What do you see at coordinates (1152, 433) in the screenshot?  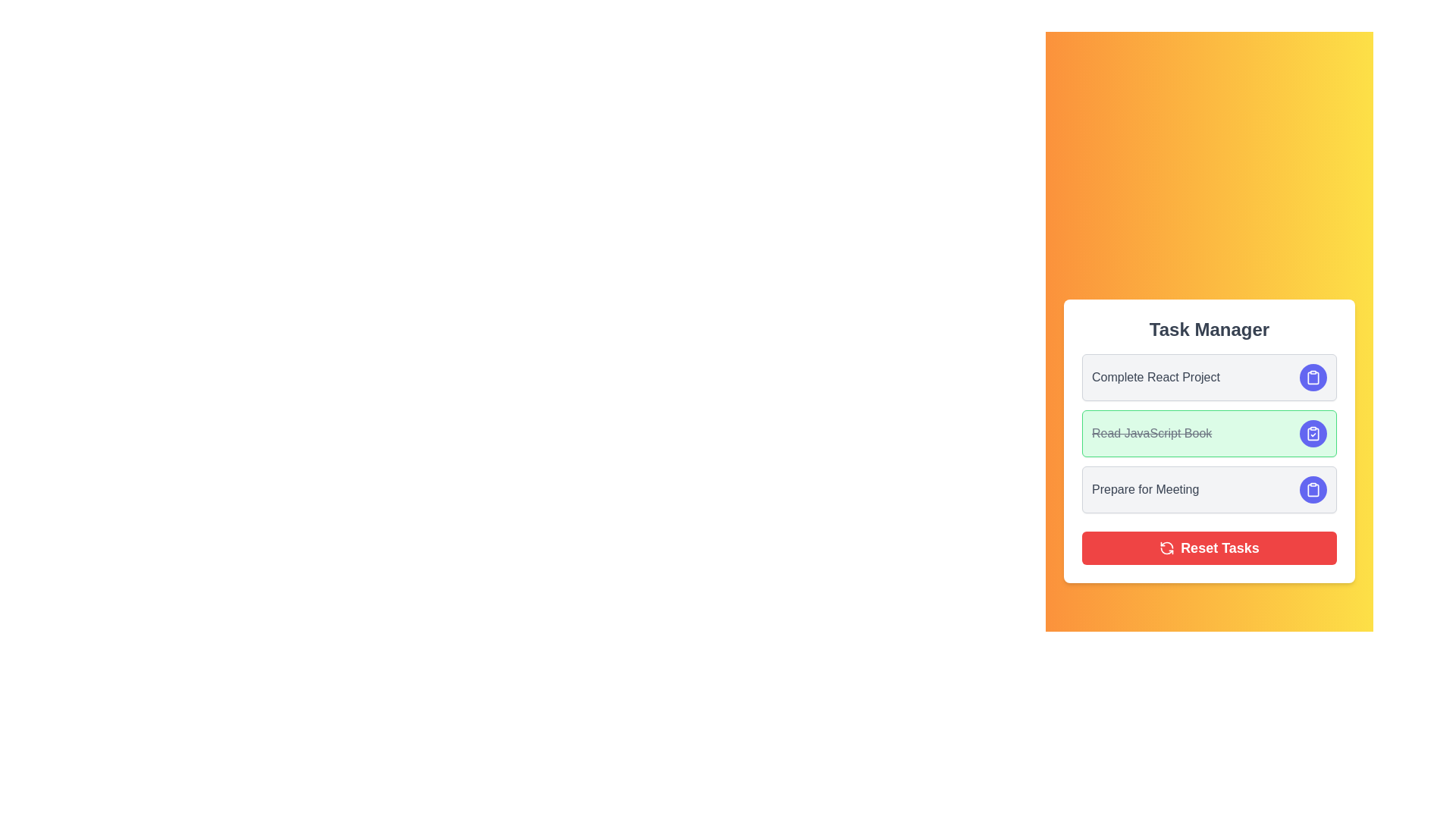 I see `the text label displaying 'Read JavaScript Book' with strikethrough styling, indicating a completed state, within the Task Manager` at bounding box center [1152, 433].